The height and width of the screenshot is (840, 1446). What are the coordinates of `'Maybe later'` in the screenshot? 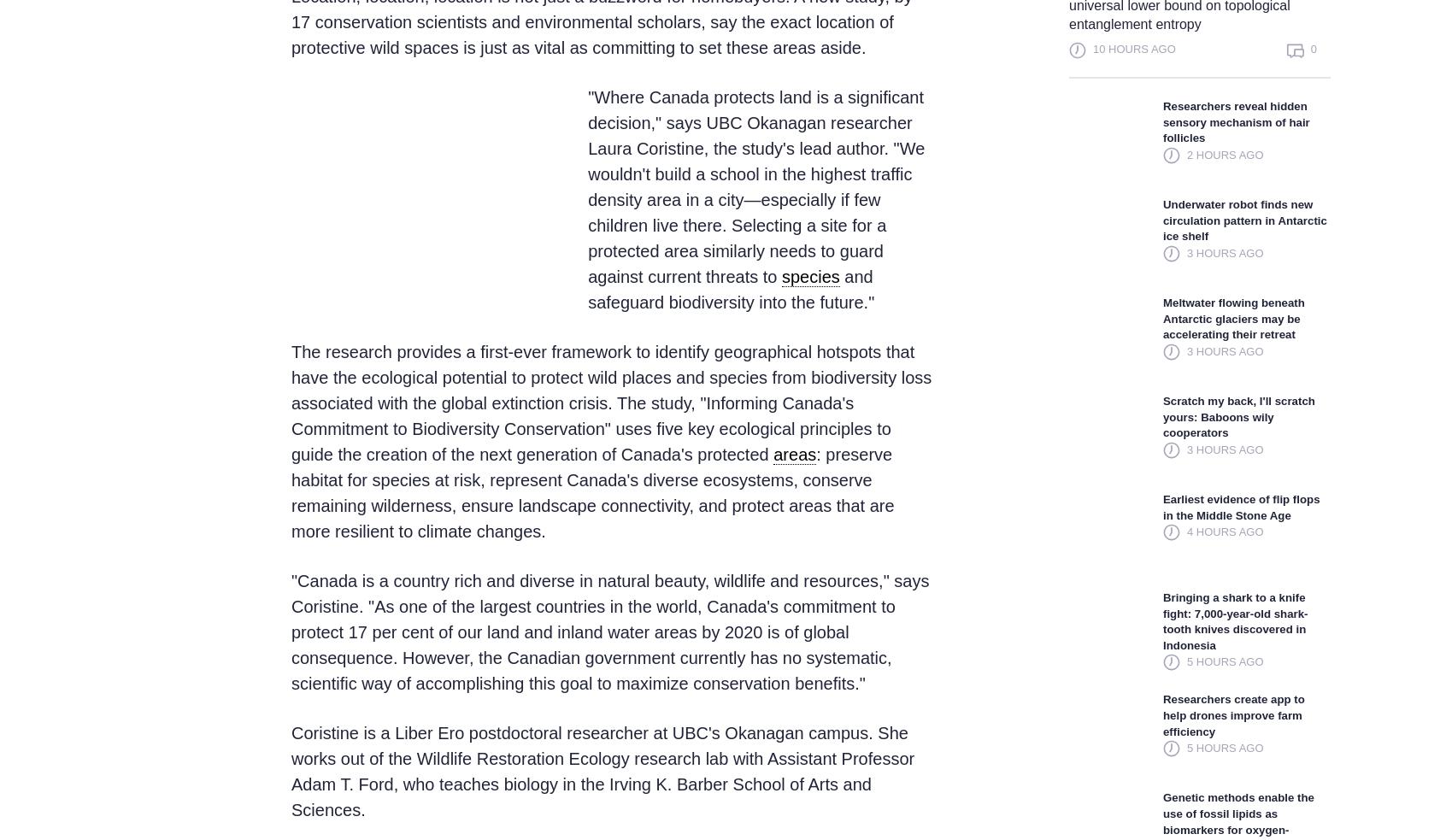 It's located at (893, 763).